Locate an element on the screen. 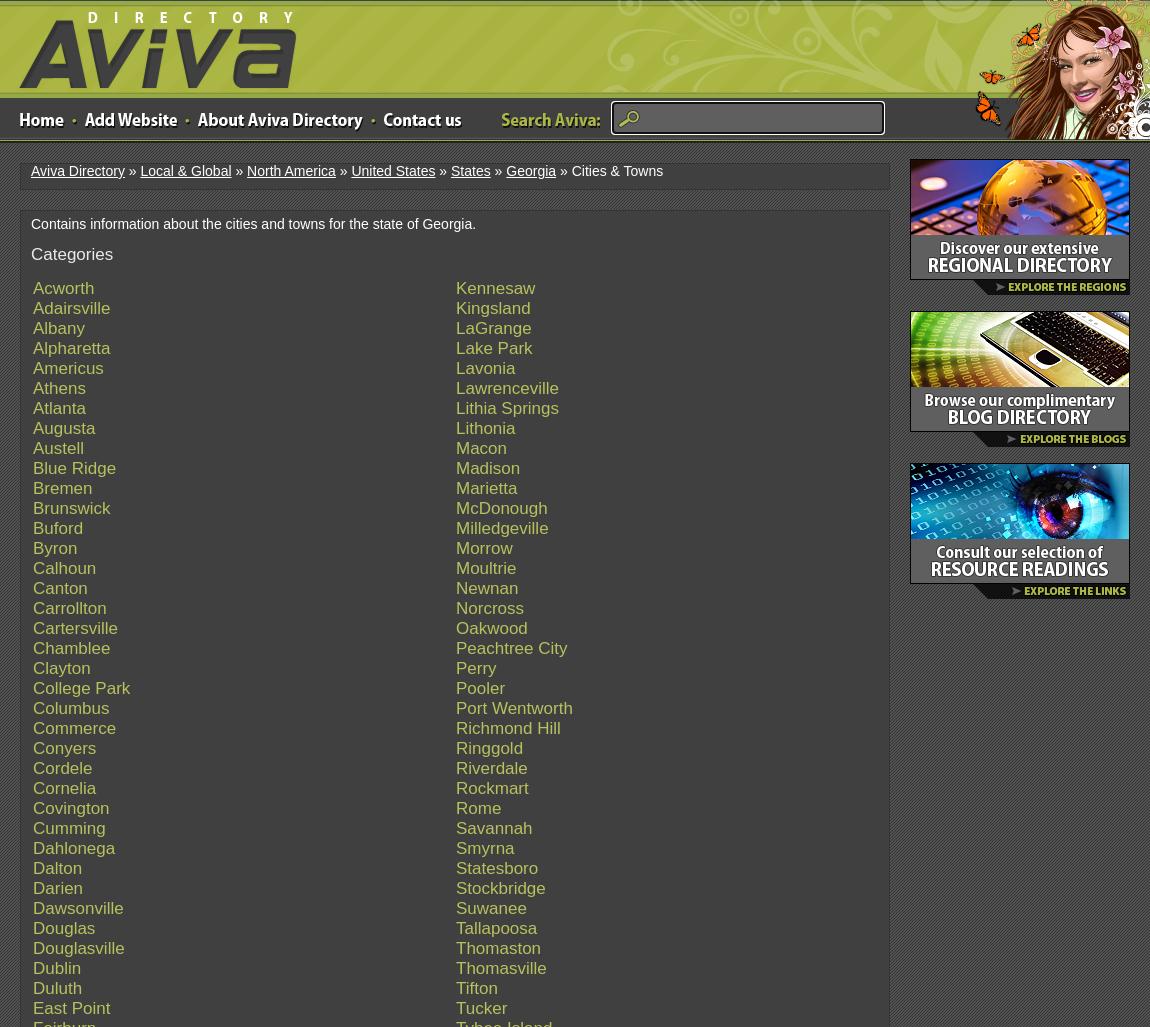 The image size is (1150, 1027). 'Athens' is located at coordinates (57, 388).